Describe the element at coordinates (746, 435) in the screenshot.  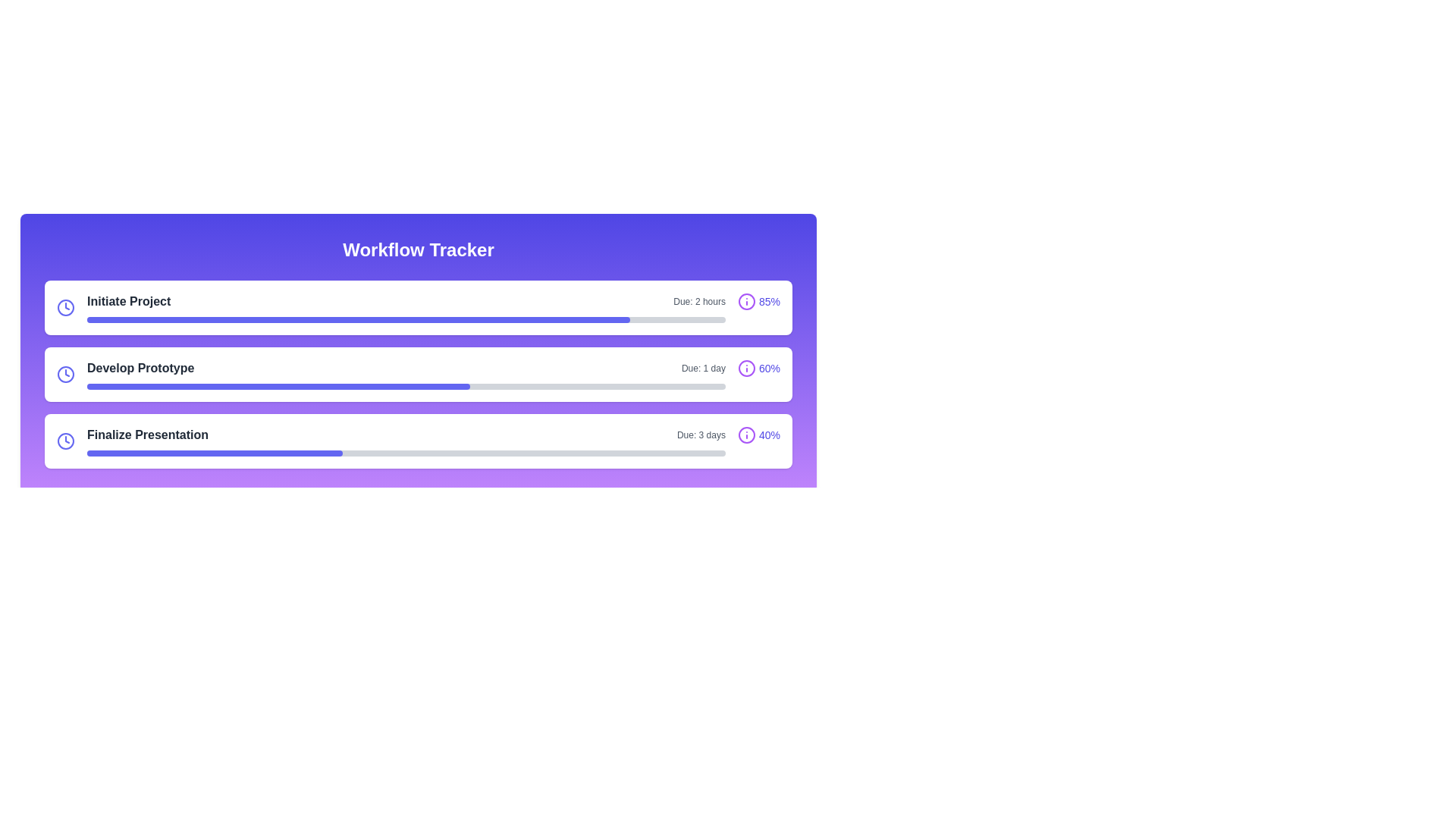
I see `the circular icon with a purple border that encloses an exclamation mark, located next to the 'Finalize Presentation' text in the third task of the workflow tracker interface` at that location.